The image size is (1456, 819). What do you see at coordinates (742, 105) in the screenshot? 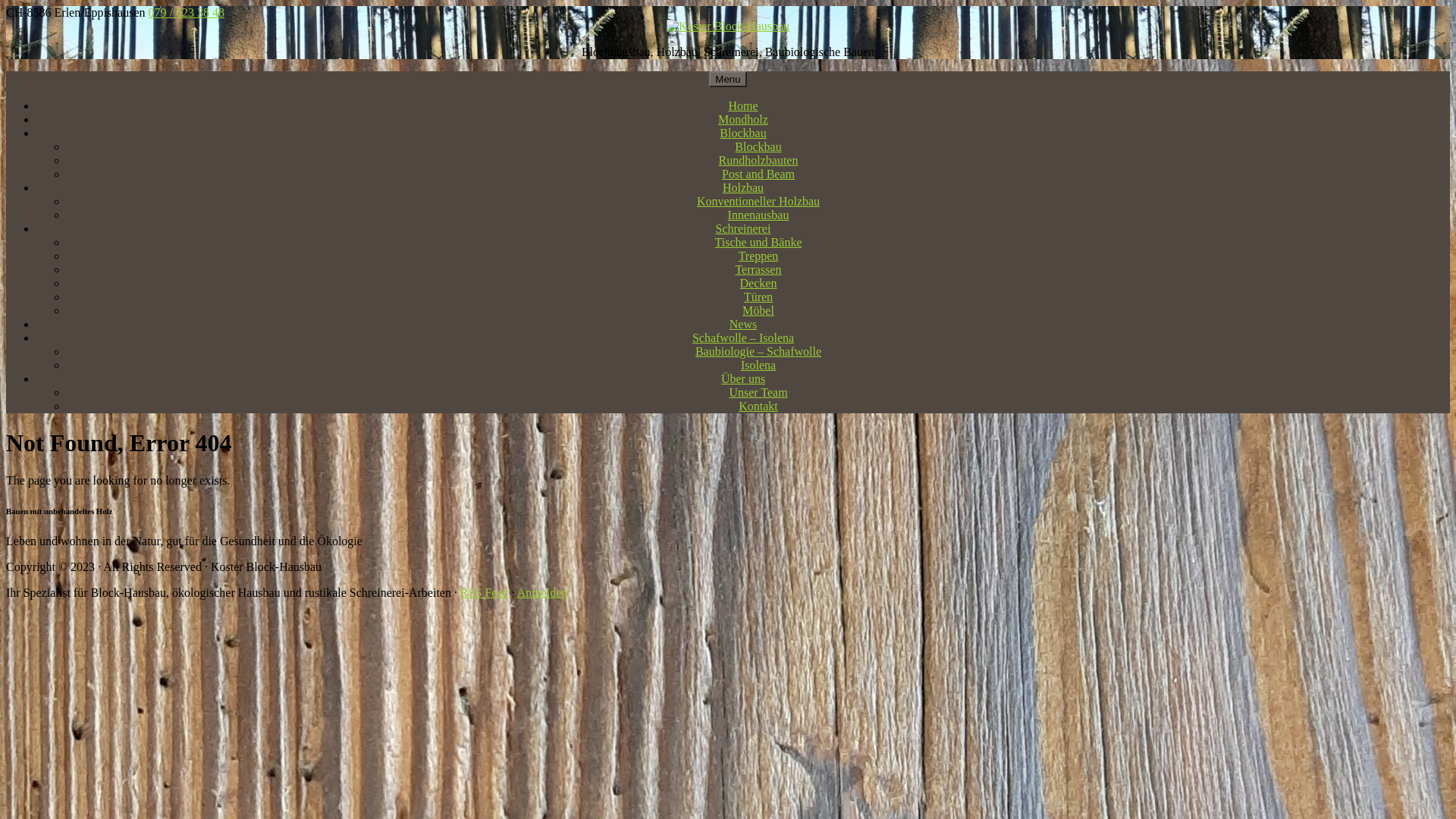
I see `'Home'` at bounding box center [742, 105].